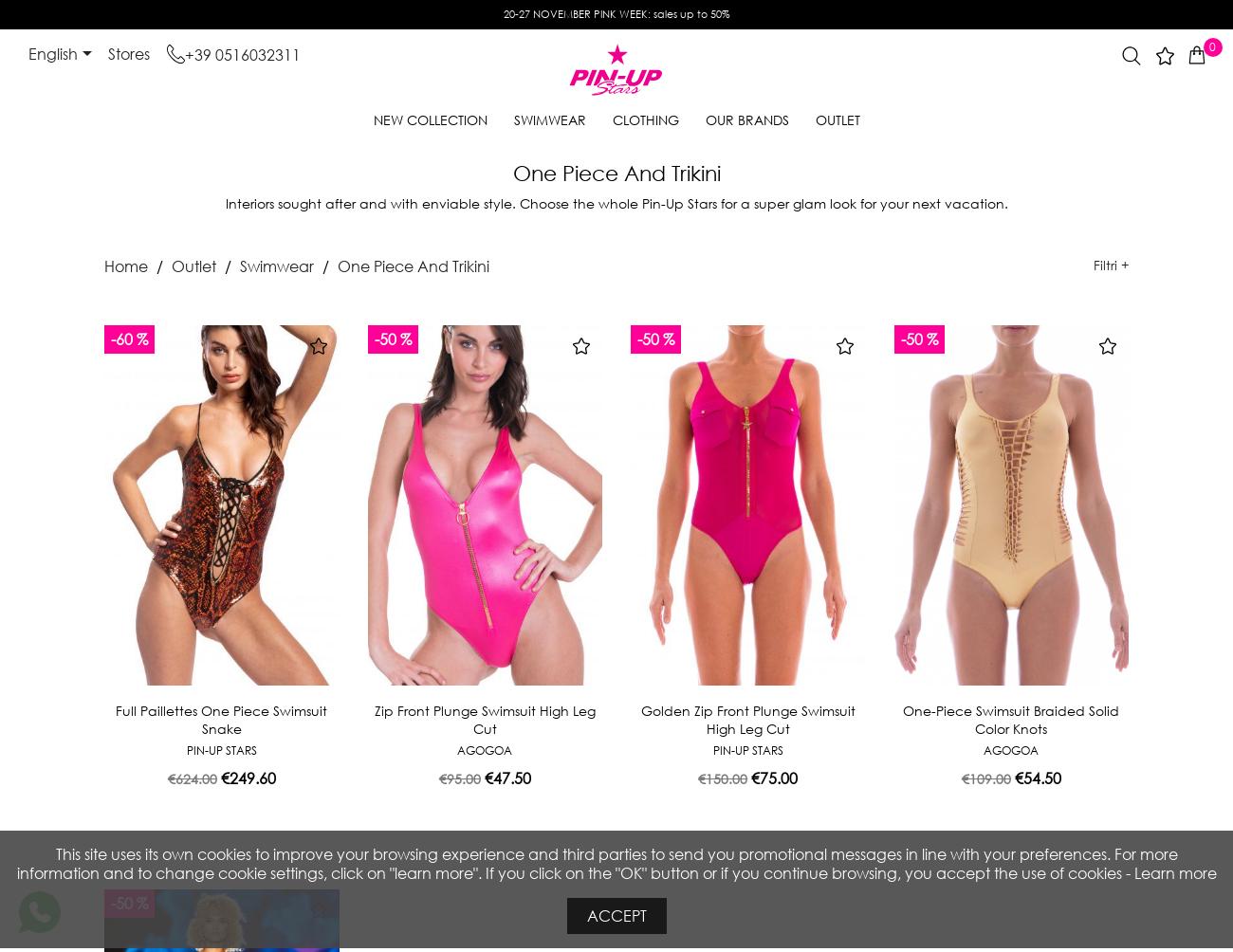  What do you see at coordinates (128, 339) in the screenshot?
I see `'-60 %'` at bounding box center [128, 339].